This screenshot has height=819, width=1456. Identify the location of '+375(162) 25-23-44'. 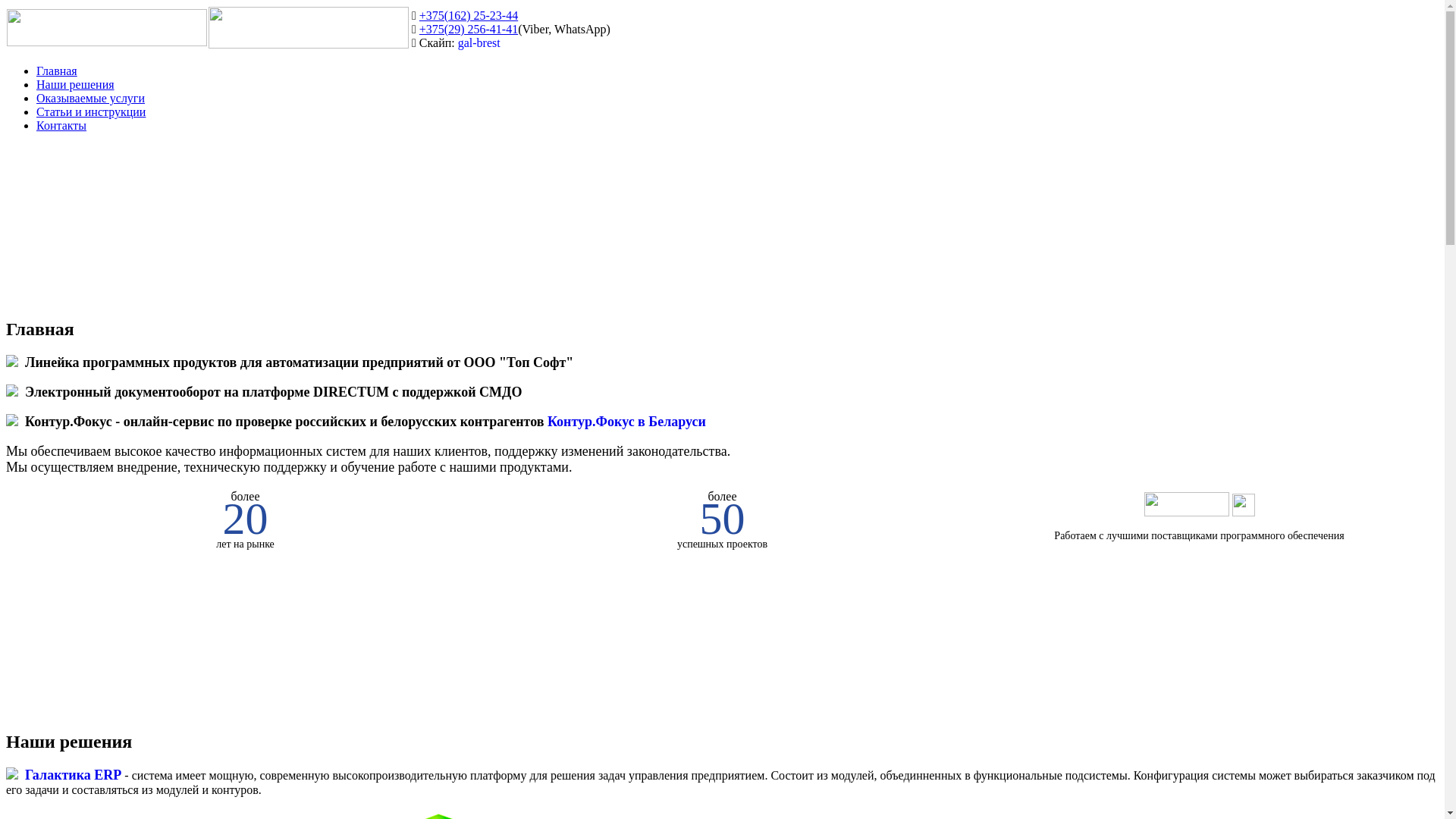
(468, 15).